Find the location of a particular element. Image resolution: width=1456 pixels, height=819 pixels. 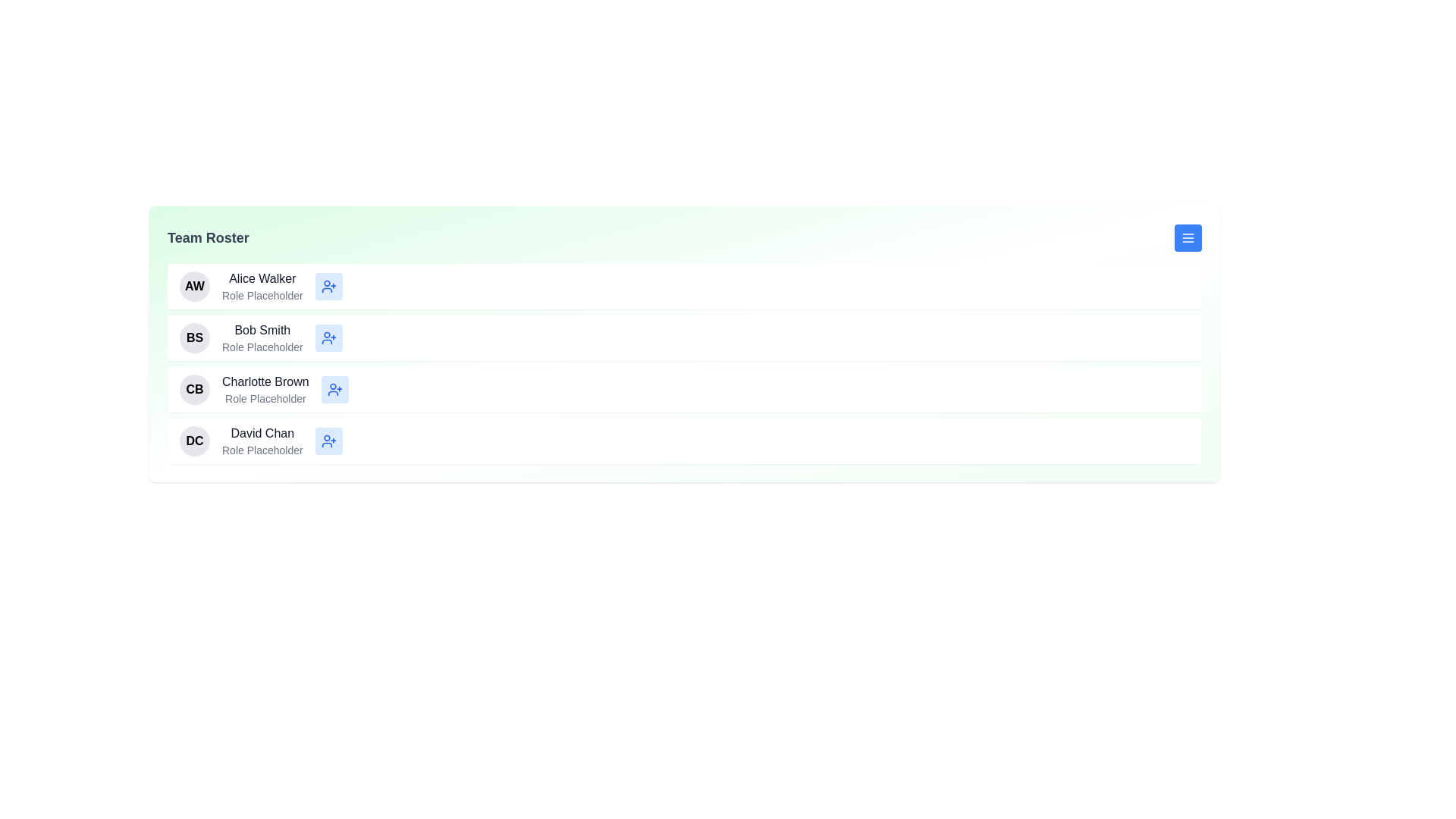

the button with a light blue background and a dark blue user icon with a plus sign, located to the far-right in the 'David Chan Role Placeholder' row is located at coordinates (328, 441).